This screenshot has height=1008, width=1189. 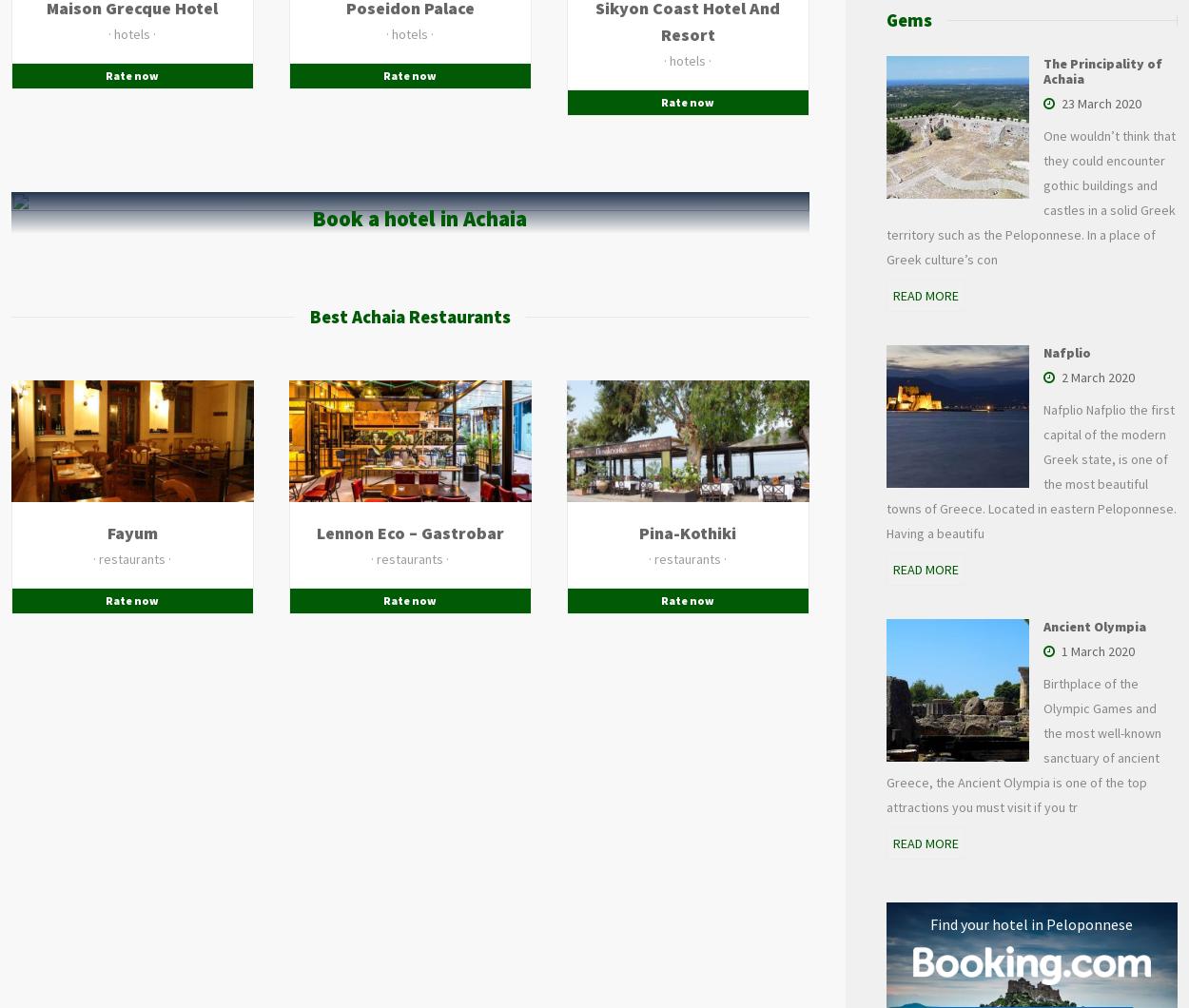 I want to click on '76 Monodendriou, Monodendri Patron 250-02', so click(x=738, y=494).